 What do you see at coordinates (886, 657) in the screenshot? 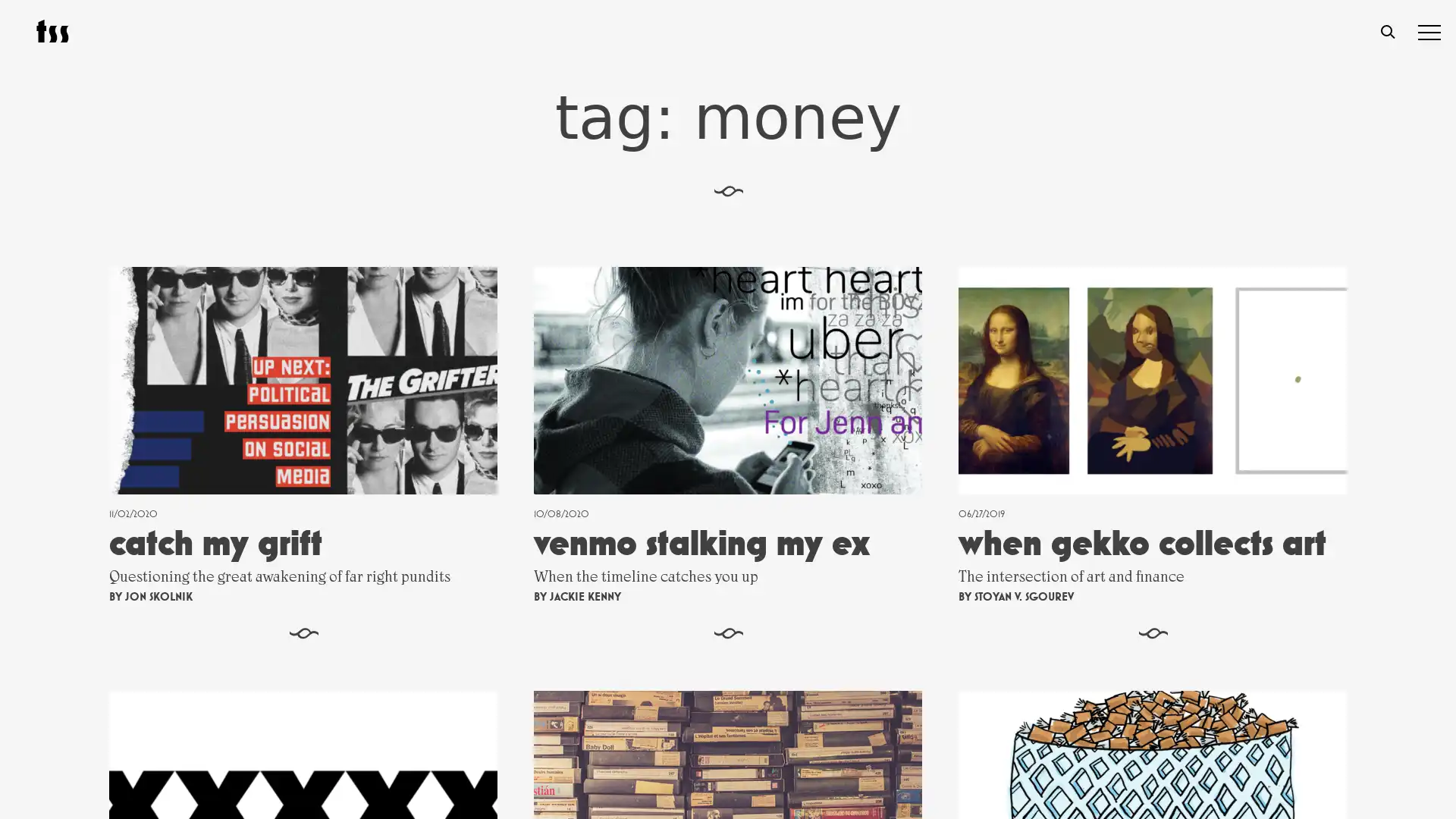
I see `Subscribe` at bounding box center [886, 657].